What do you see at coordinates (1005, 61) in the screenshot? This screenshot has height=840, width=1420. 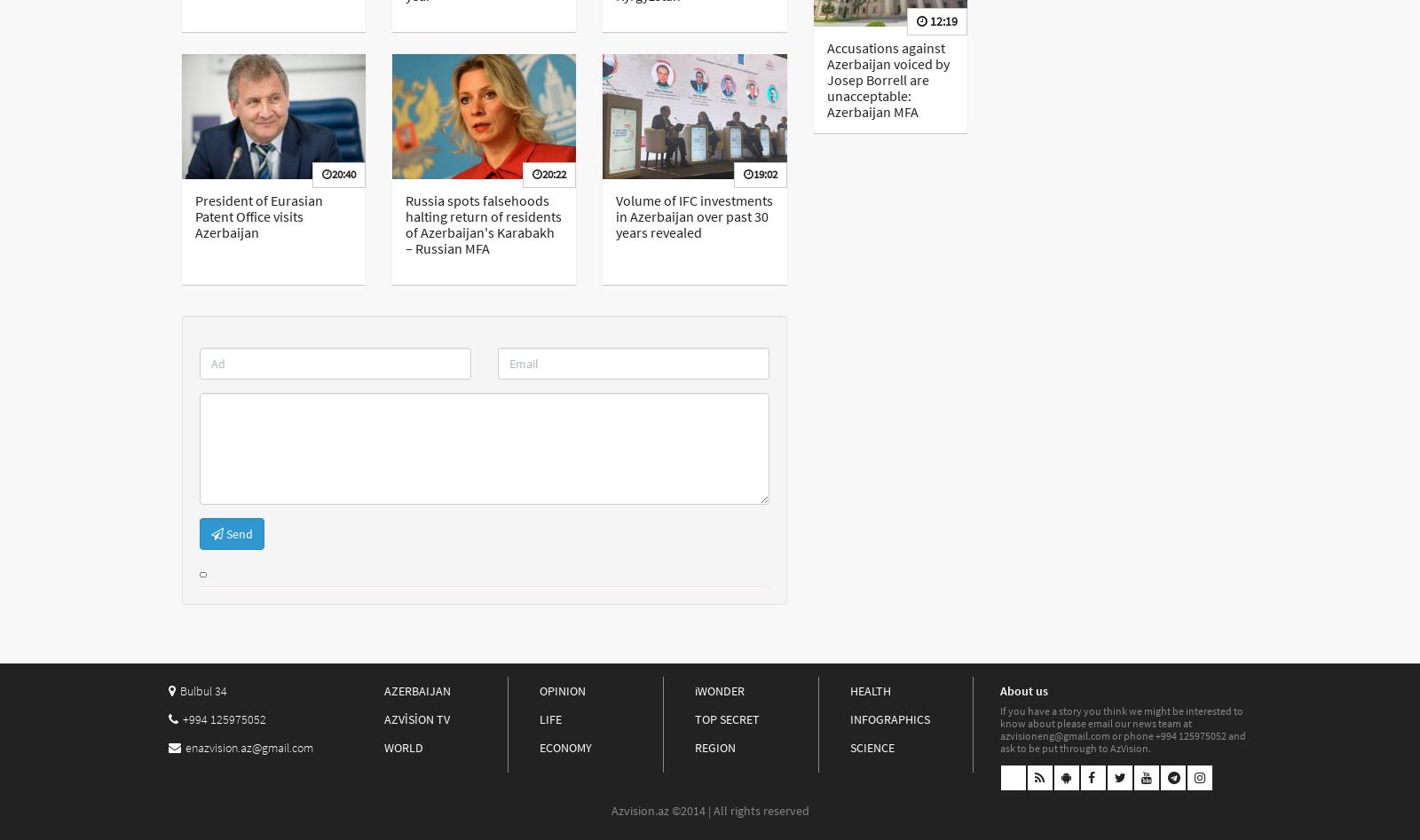 I see `'11:44'` at bounding box center [1005, 61].